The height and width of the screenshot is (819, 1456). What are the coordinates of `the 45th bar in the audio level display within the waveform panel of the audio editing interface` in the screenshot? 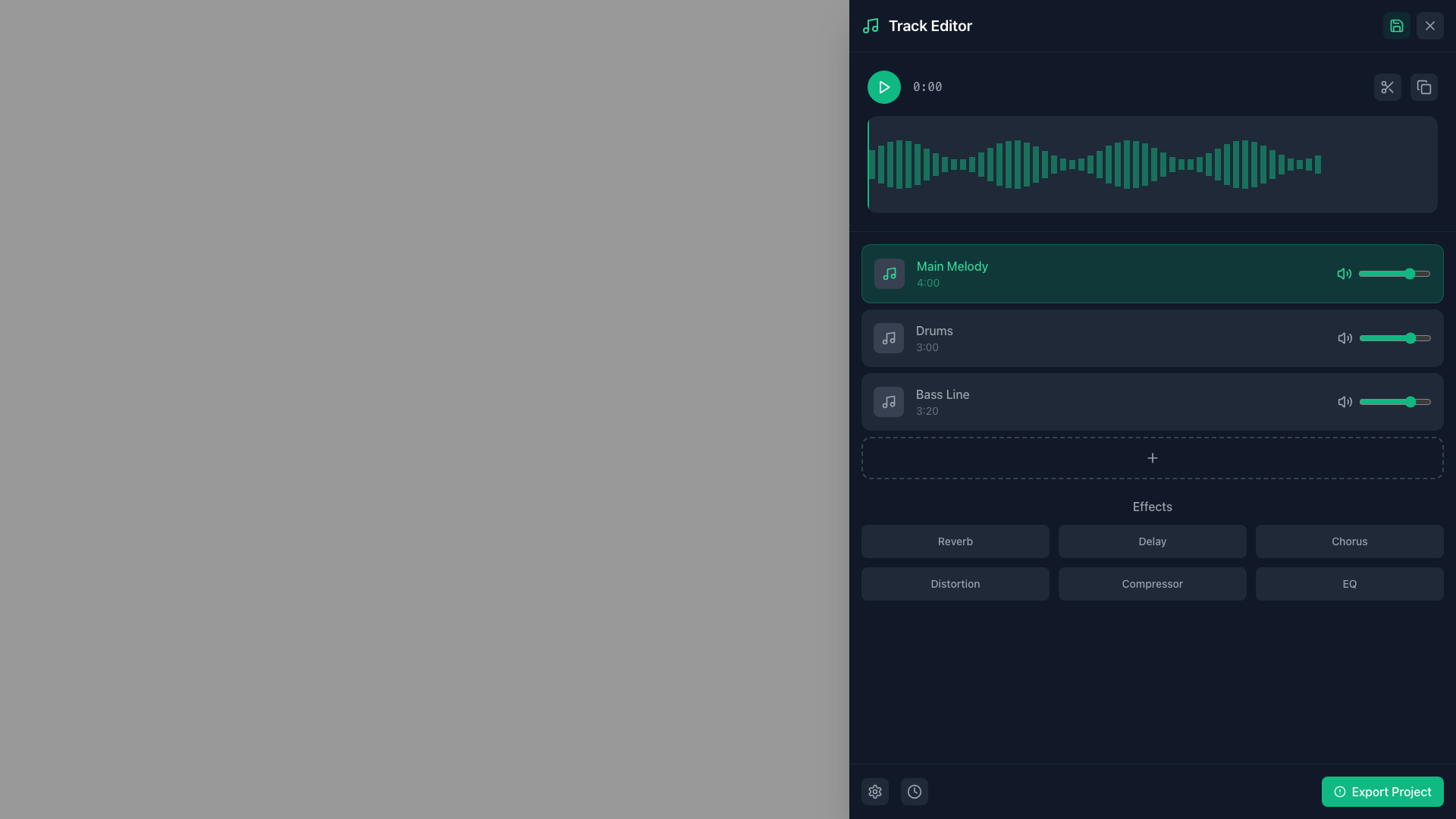 It's located at (1189, 164).